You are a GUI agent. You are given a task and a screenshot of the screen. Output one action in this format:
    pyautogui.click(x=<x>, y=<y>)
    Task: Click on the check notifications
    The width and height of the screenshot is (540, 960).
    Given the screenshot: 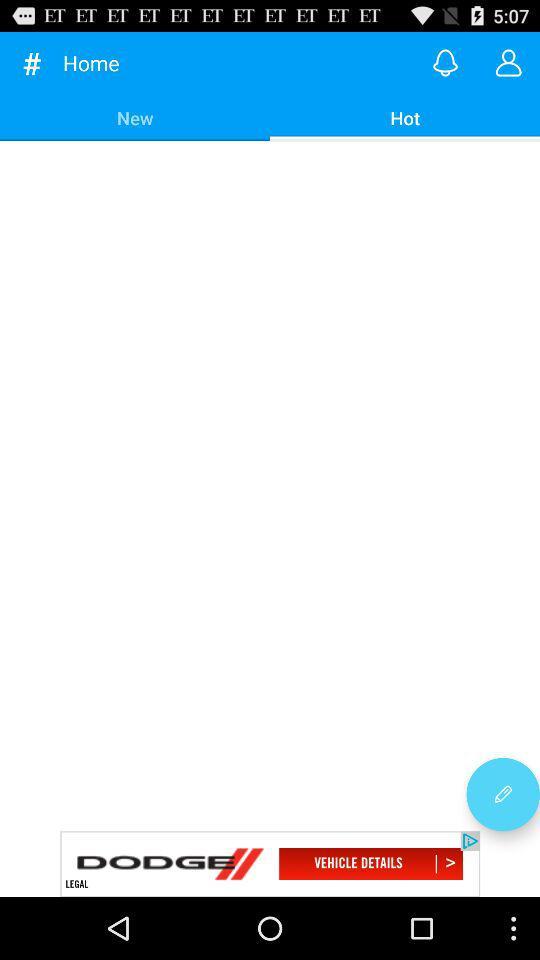 What is the action you would take?
    pyautogui.click(x=445, y=62)
    